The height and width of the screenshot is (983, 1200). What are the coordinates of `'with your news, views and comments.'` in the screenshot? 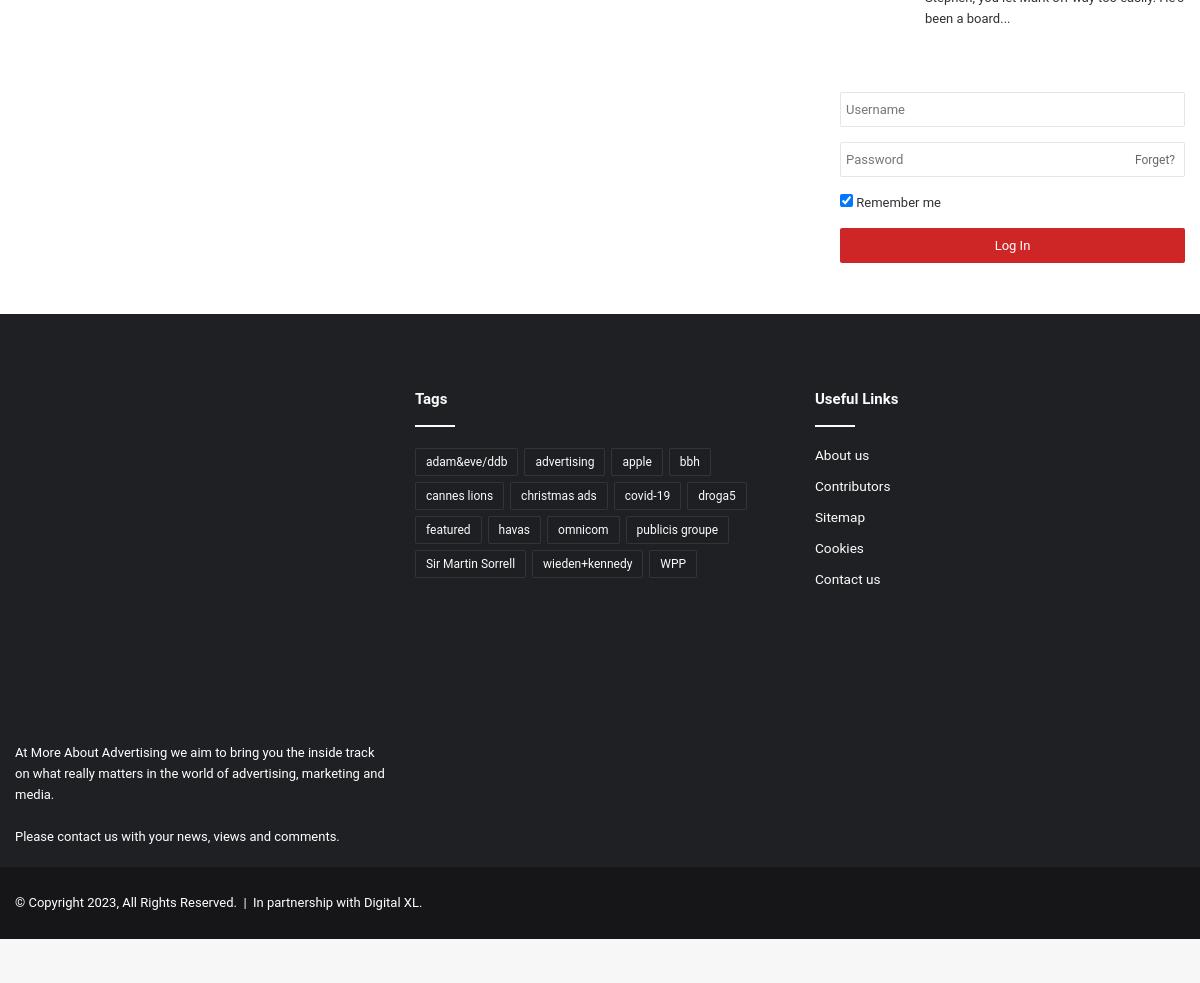 It's located at (227, 835).